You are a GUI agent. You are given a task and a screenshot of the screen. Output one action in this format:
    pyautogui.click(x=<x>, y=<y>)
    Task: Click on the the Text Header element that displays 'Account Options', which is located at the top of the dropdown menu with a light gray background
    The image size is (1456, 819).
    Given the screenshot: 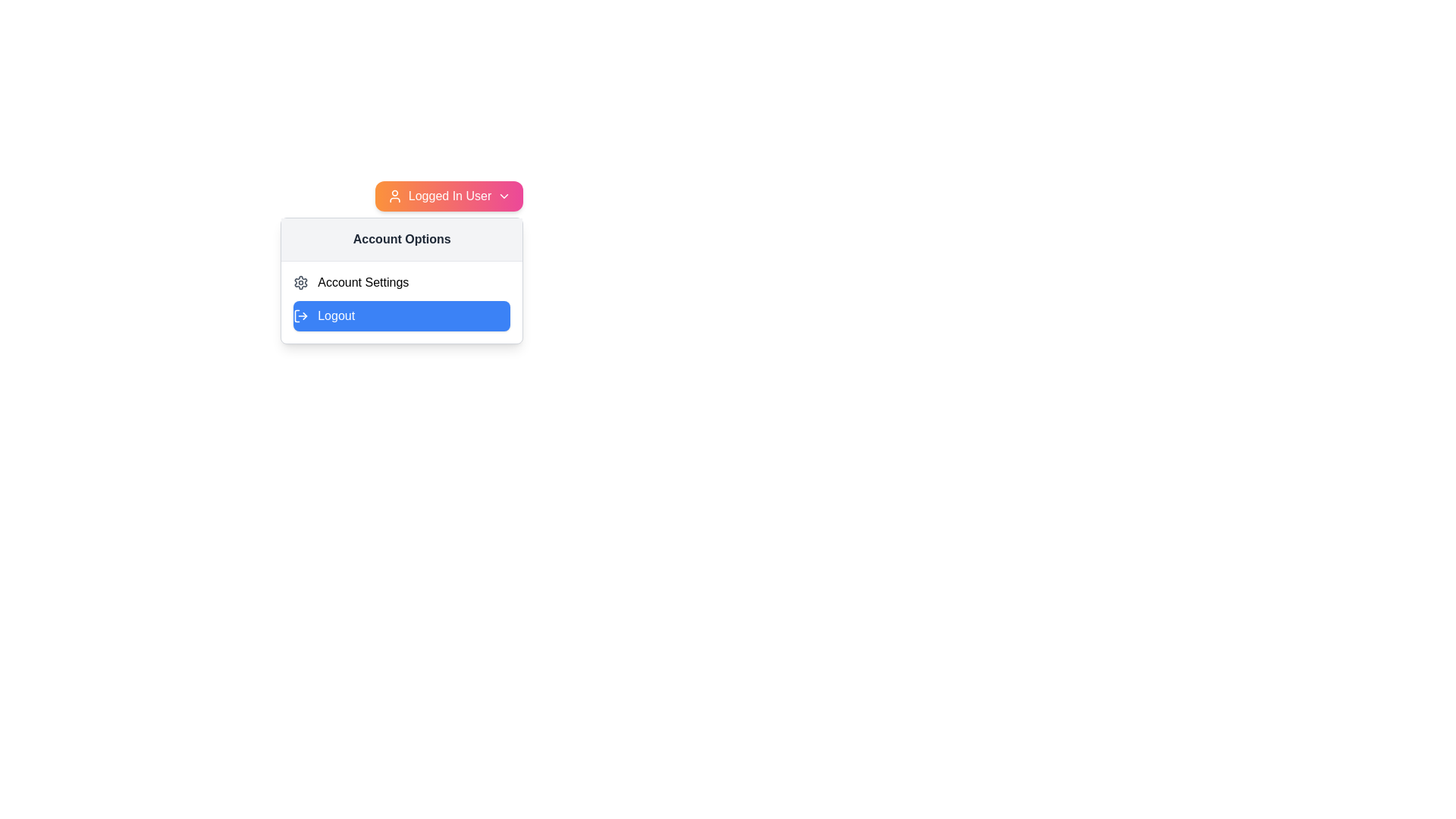 What is the action you would take?
    pyautogui.click(x=402, y=239)
    